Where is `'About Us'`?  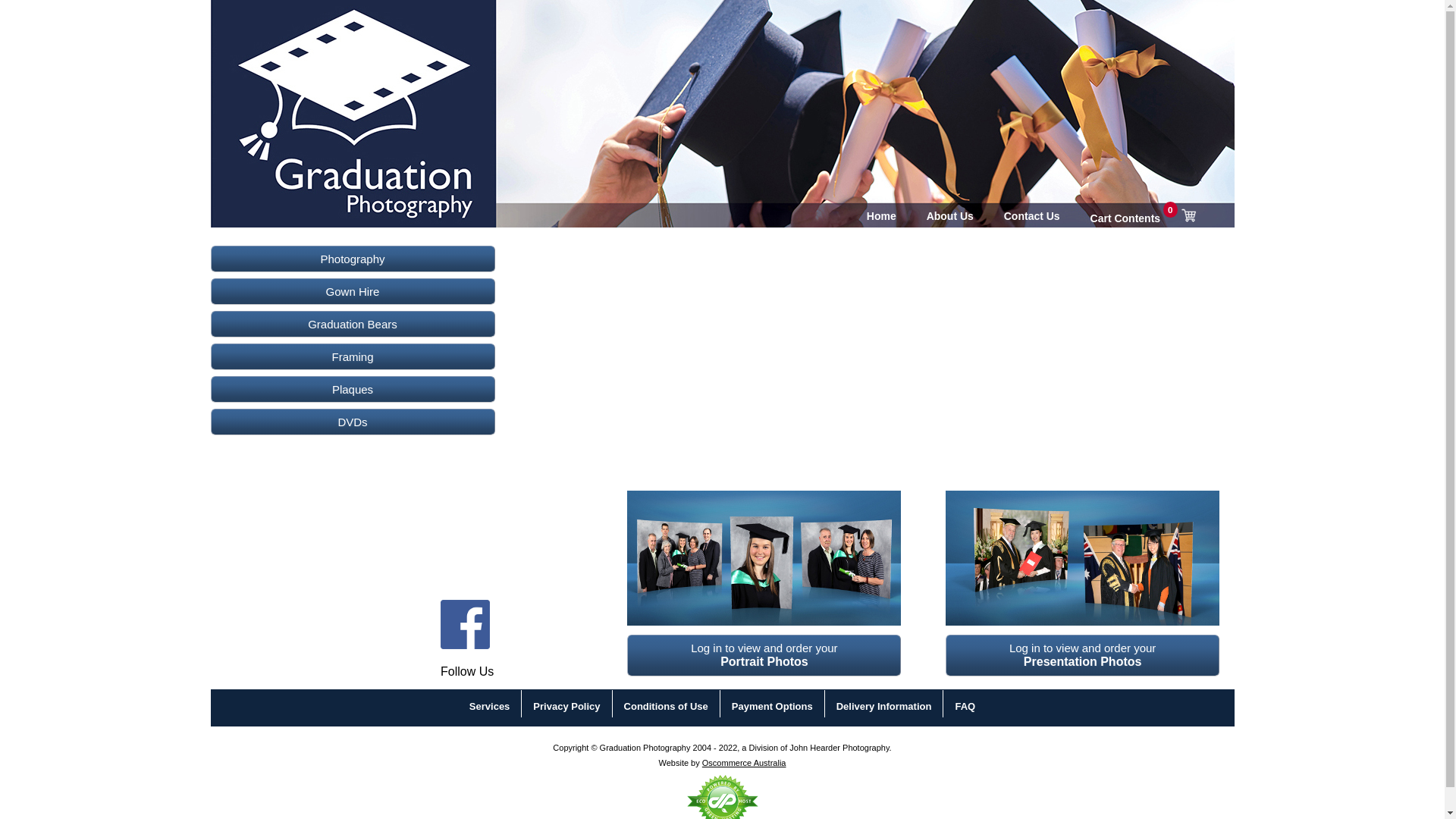 'About Us' is located at coordinates (949, 216).